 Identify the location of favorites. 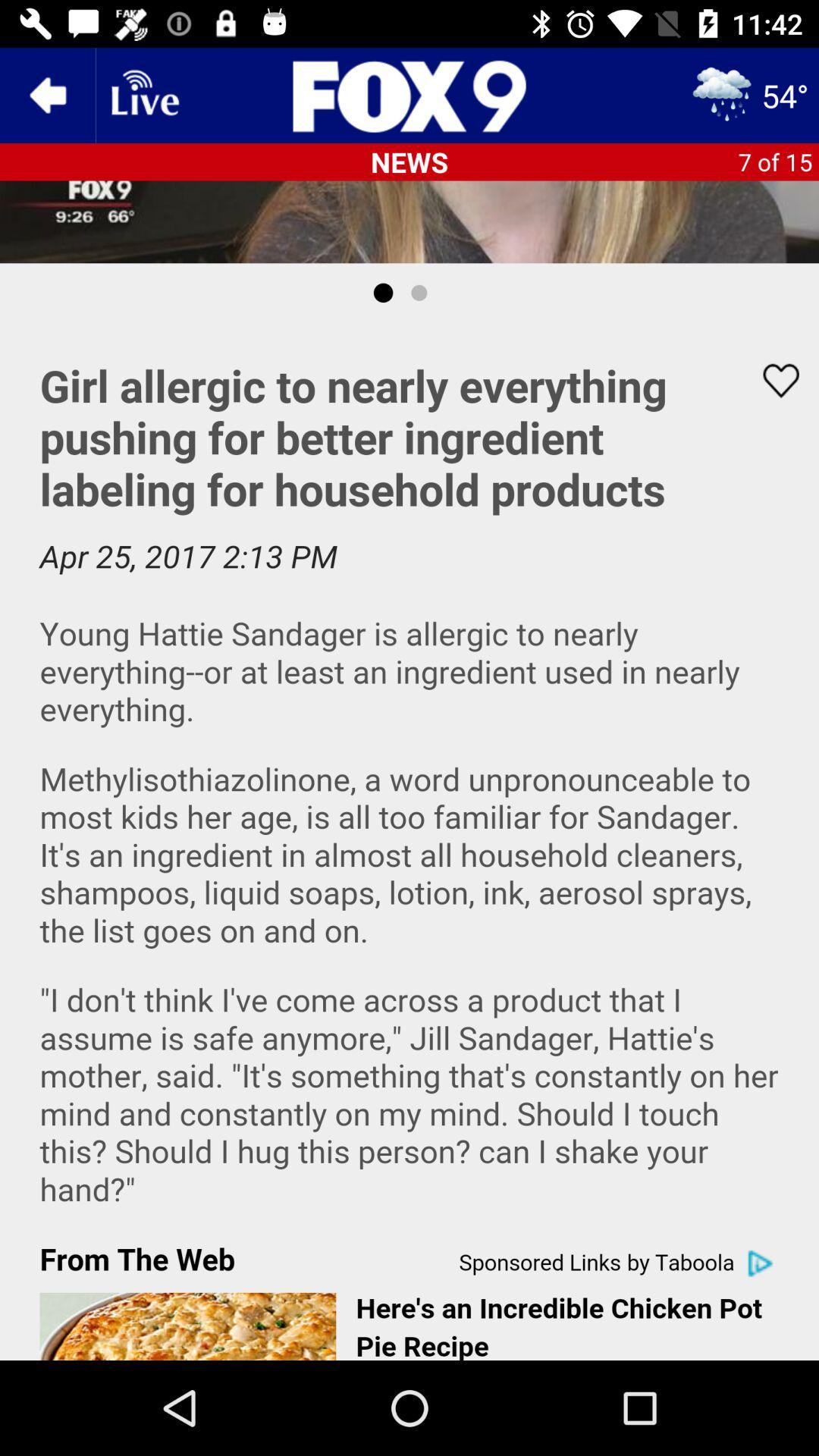
(771, 381).